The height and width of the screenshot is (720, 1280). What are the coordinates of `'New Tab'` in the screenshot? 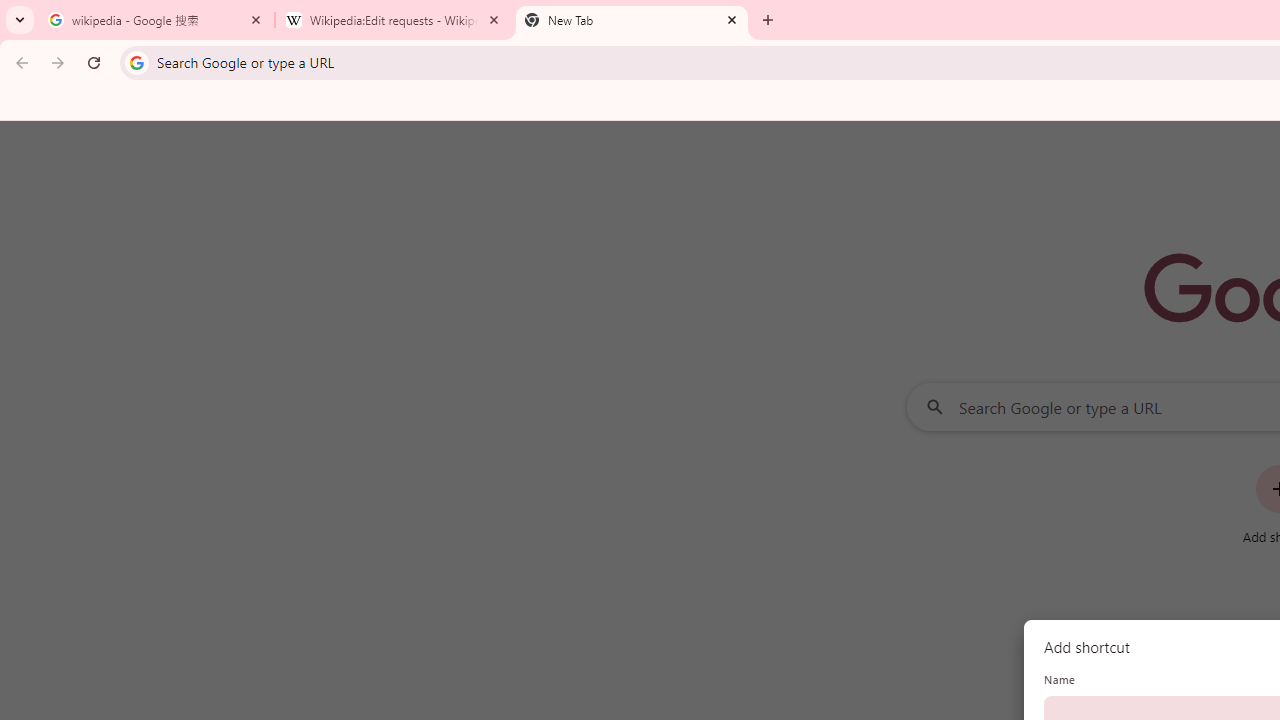 It's located at (631, 20).